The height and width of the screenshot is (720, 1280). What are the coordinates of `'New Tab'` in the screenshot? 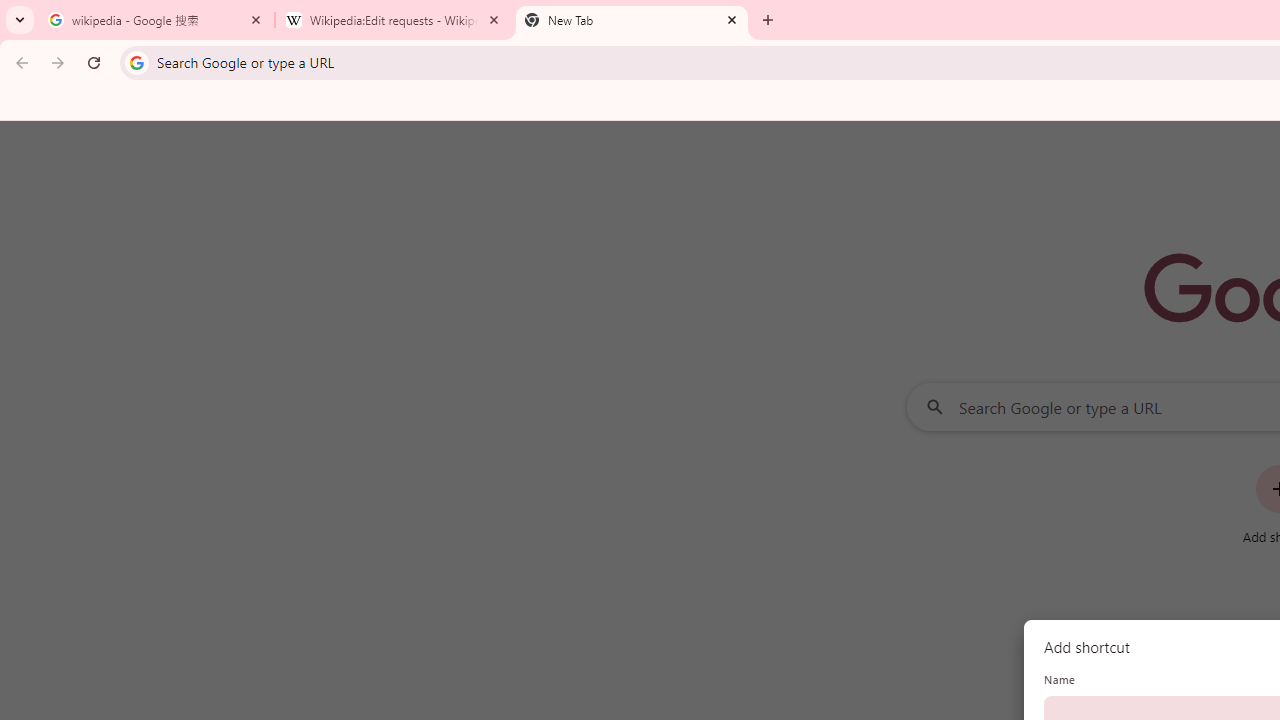 It's located at (631, 20).